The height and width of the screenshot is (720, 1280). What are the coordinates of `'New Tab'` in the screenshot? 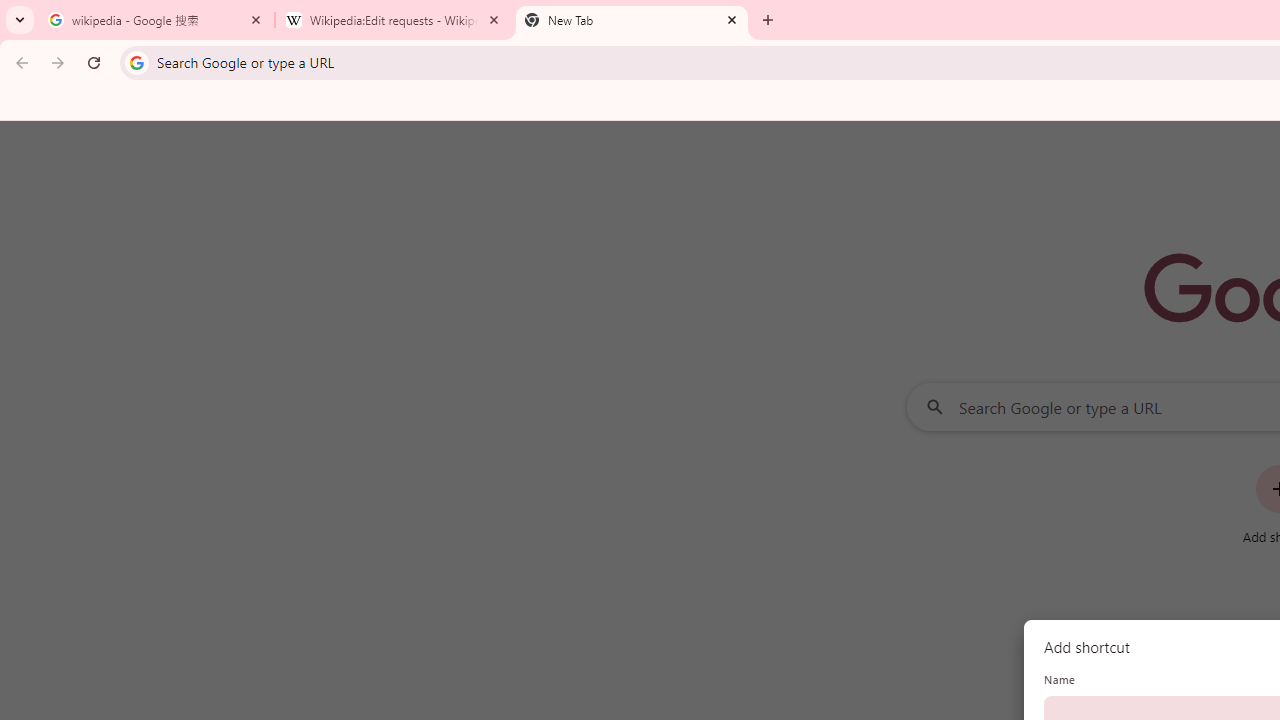 It's located at (631, 20).